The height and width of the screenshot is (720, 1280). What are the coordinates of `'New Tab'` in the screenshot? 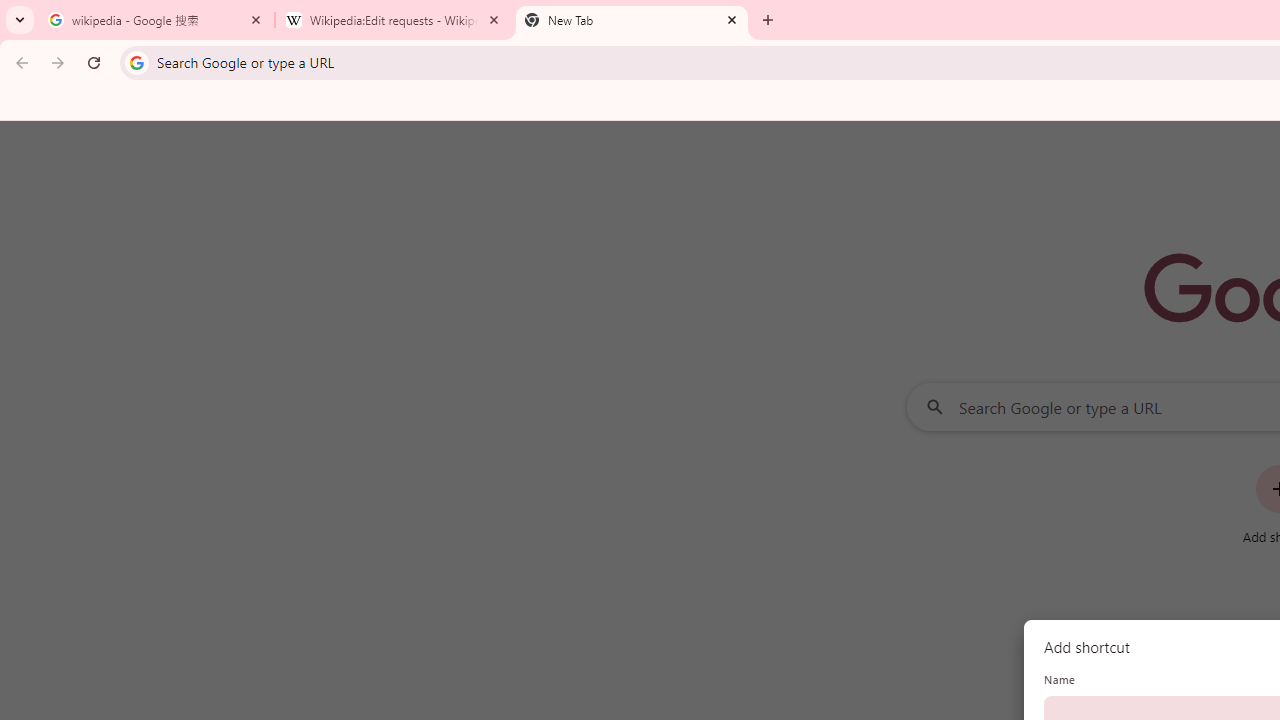 It's located at (631, 20).